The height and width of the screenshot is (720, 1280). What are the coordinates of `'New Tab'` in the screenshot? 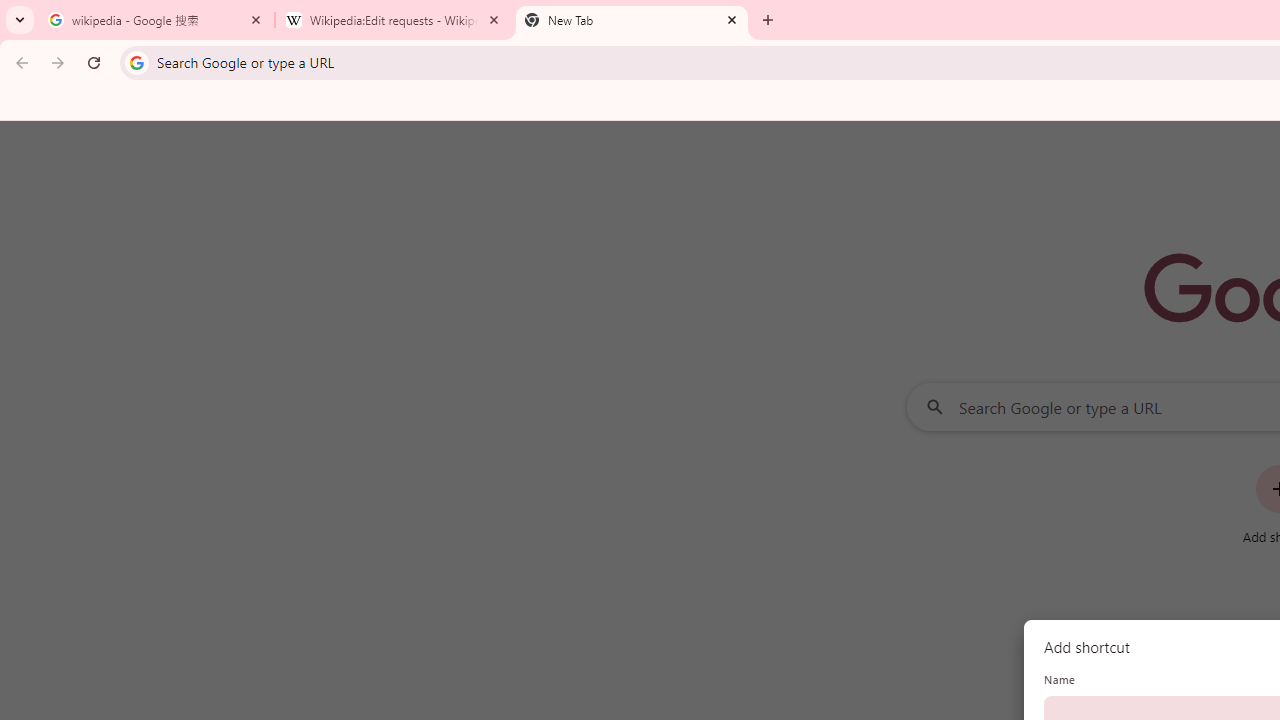 It's located at (631, 20).